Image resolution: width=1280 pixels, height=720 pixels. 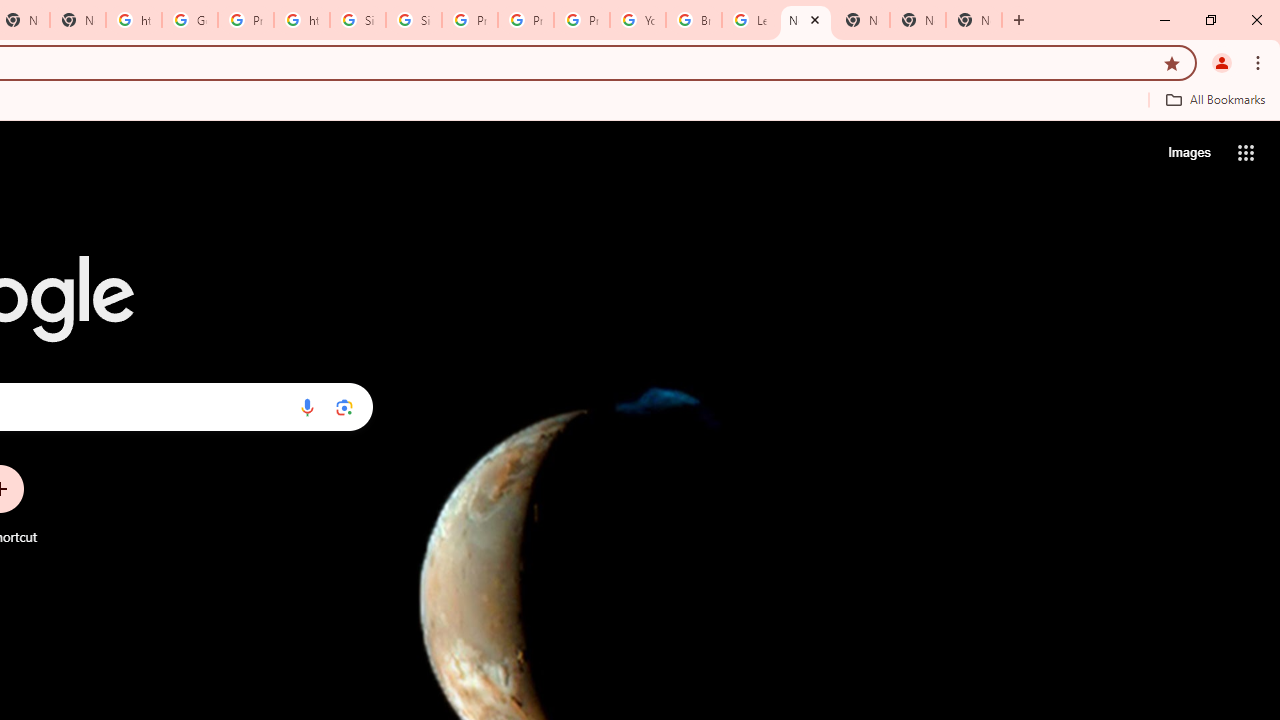 What do you see at coordinates (301, 20) in the screenshot?
I see `'https://scholar.google.com/'` at bounding box center [301, 20].